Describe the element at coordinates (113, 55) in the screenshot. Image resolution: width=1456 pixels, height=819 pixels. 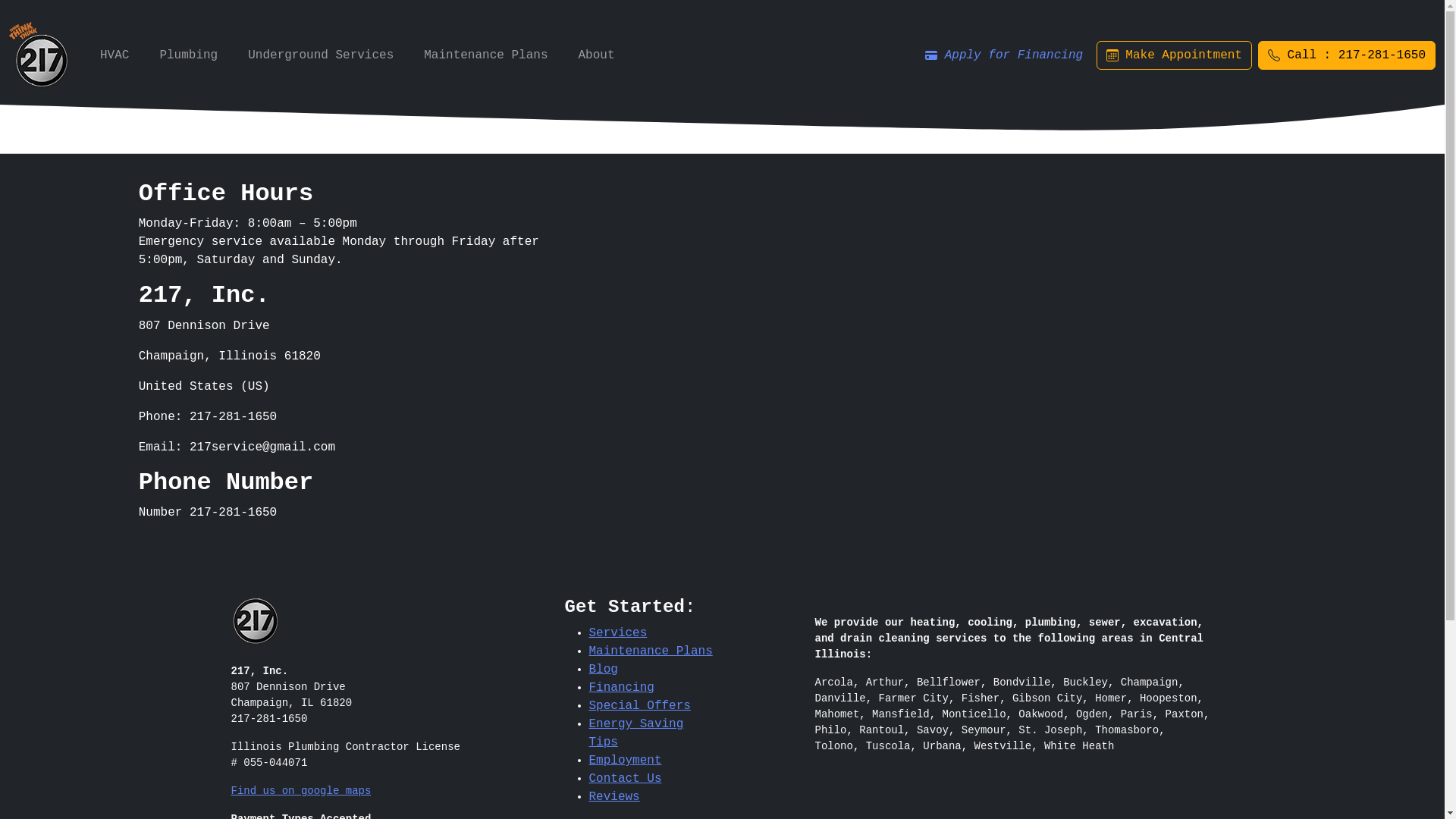
I see `'HVAC'` at that location.